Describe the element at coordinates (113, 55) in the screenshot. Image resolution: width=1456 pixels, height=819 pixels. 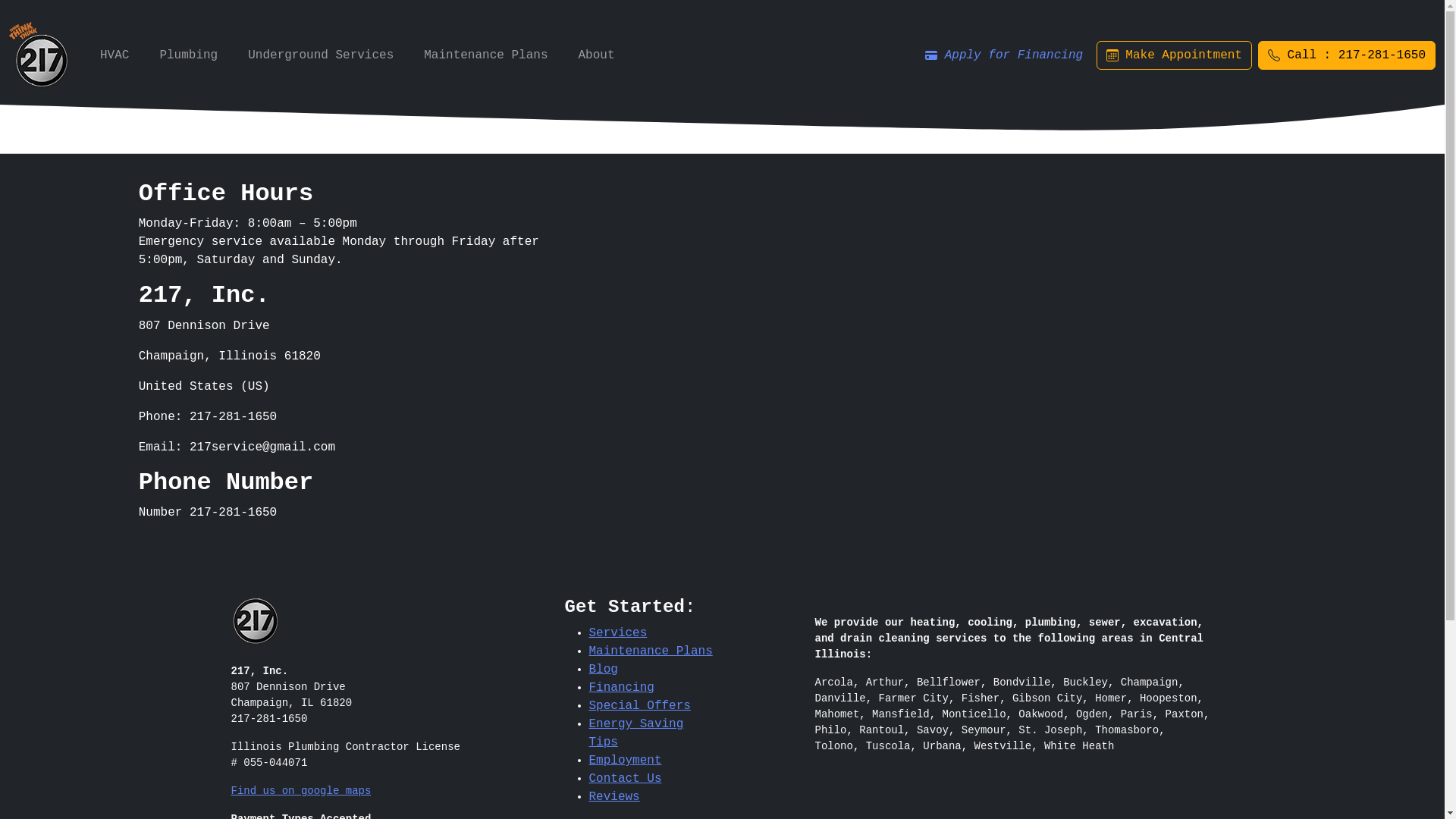
I see `'HVAC'` at that location.